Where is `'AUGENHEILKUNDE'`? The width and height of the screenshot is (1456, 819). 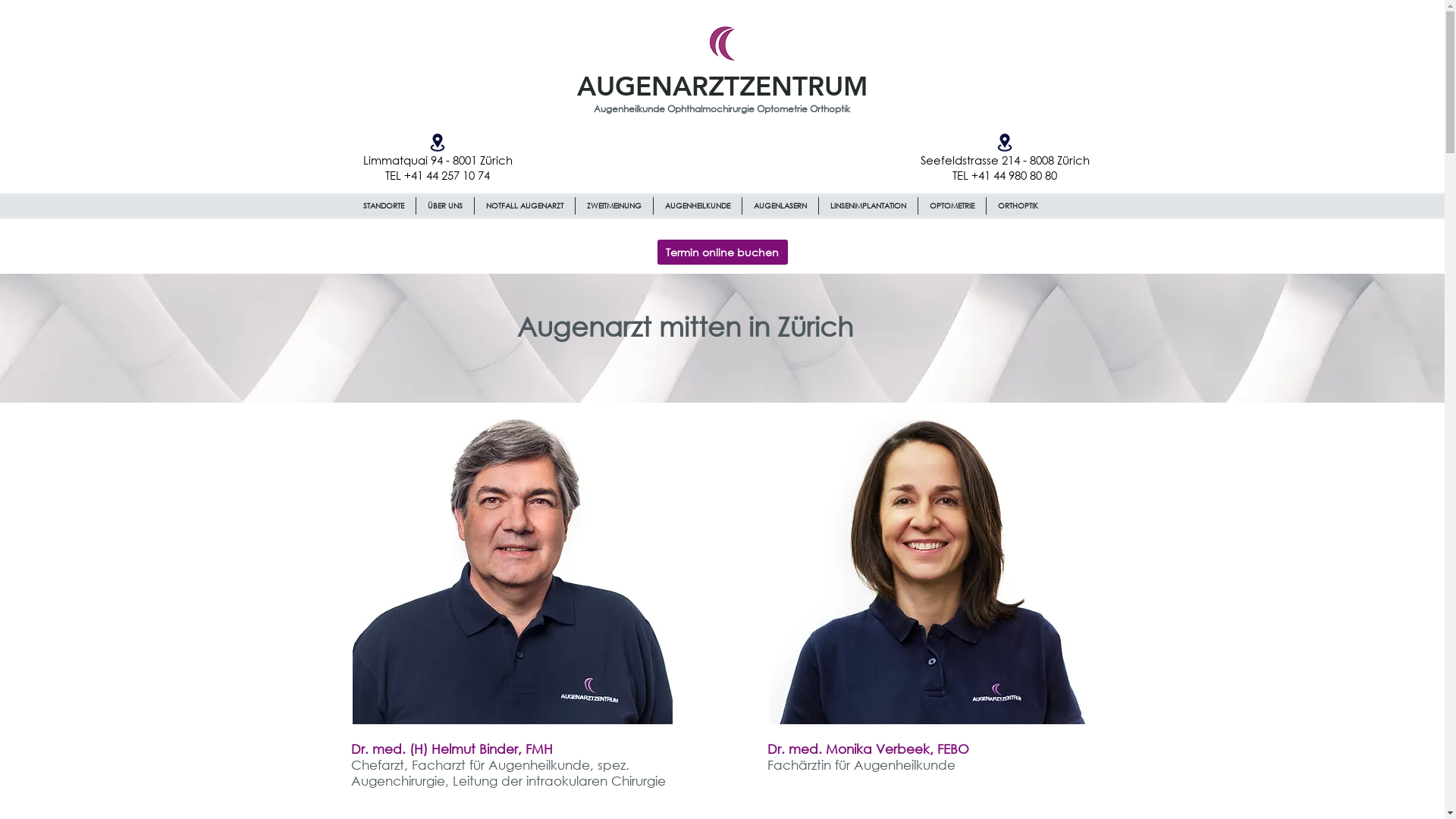 'AUGENHEILKUNDE' is located at coordinates (697, 206).